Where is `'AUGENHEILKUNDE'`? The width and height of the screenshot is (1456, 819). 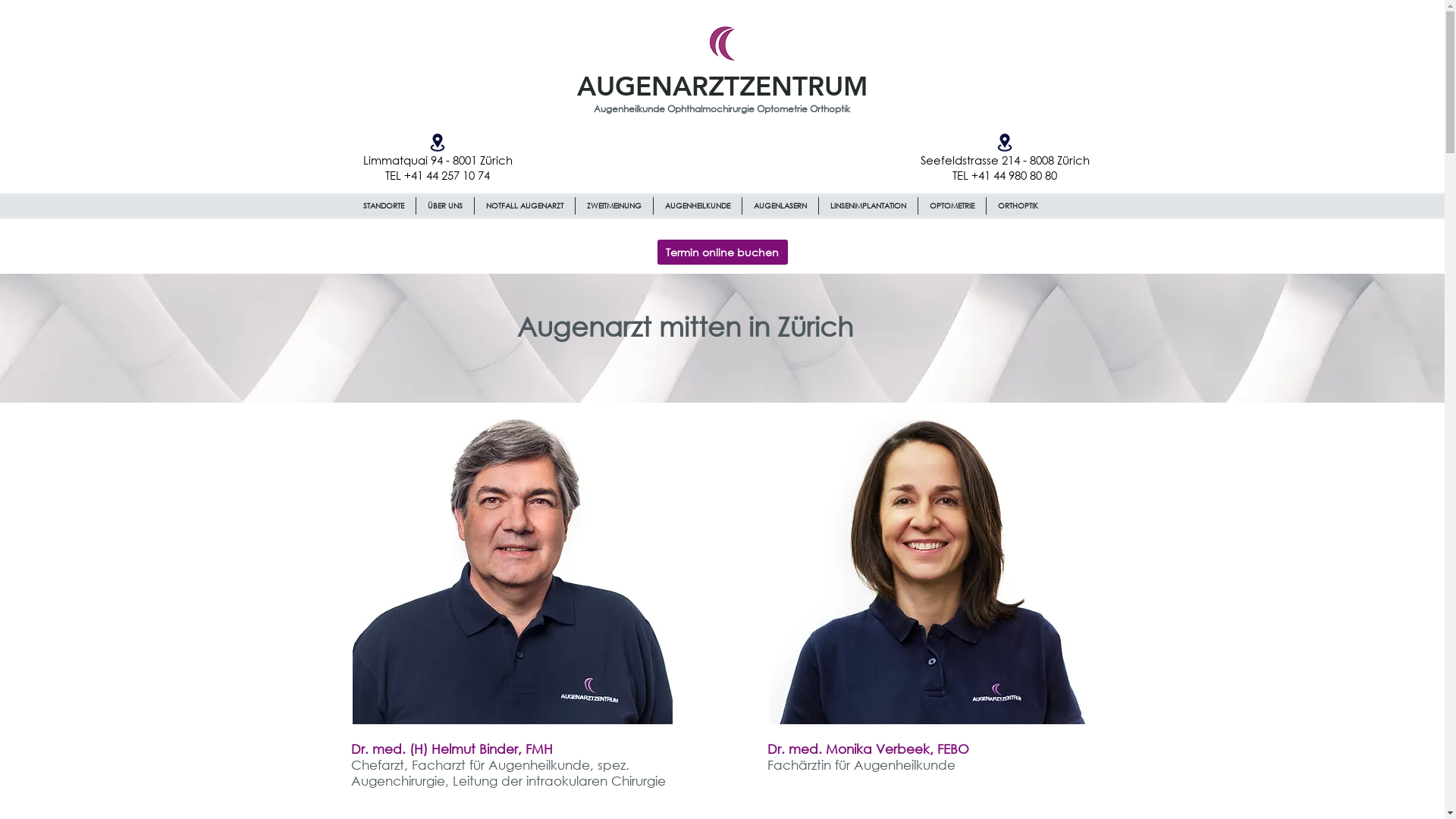 'AUGENHEILKUNDE' is located at coordinates (697, 206).